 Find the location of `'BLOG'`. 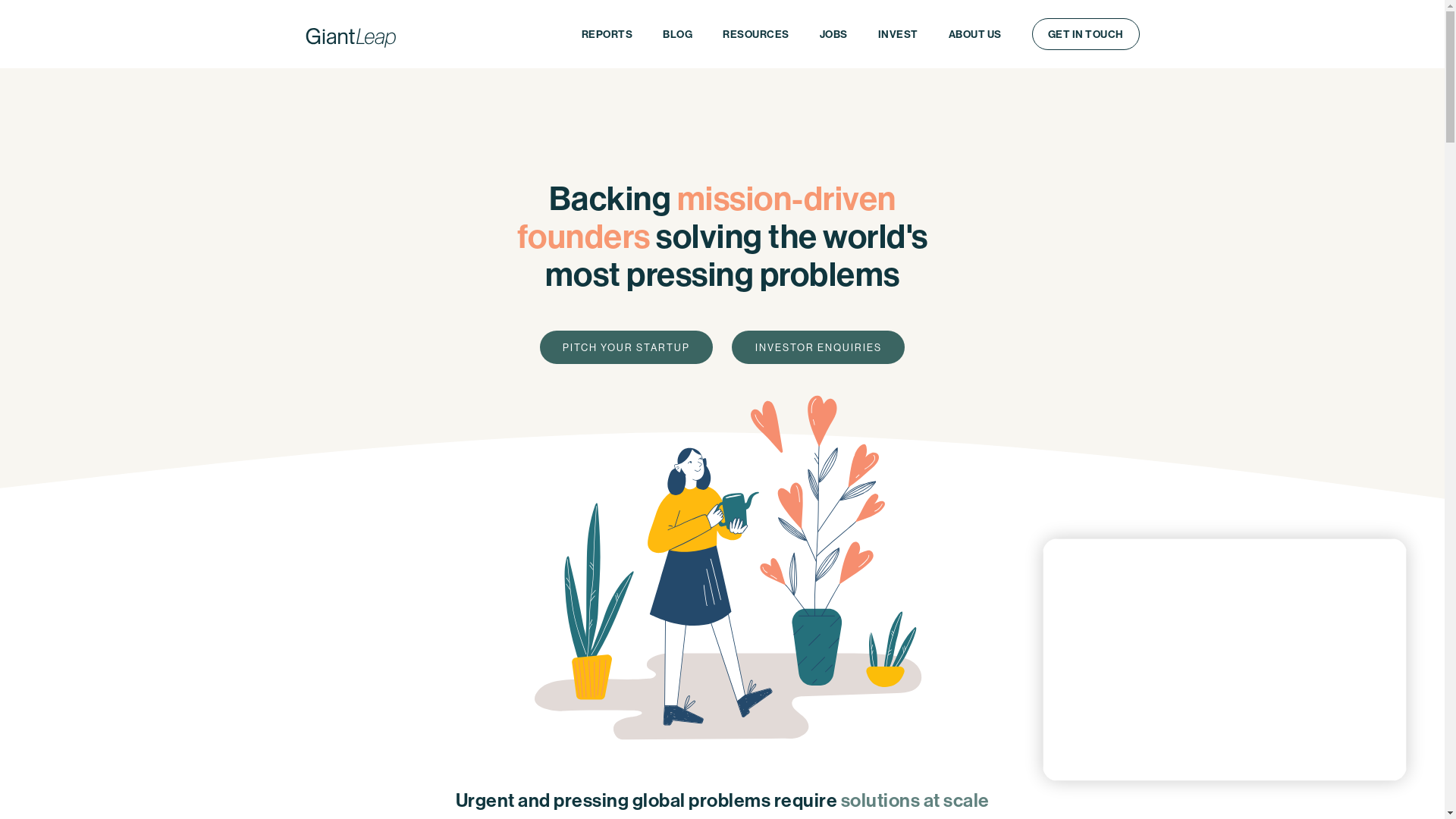

'BLOG' is located at coordinates (676, 34).